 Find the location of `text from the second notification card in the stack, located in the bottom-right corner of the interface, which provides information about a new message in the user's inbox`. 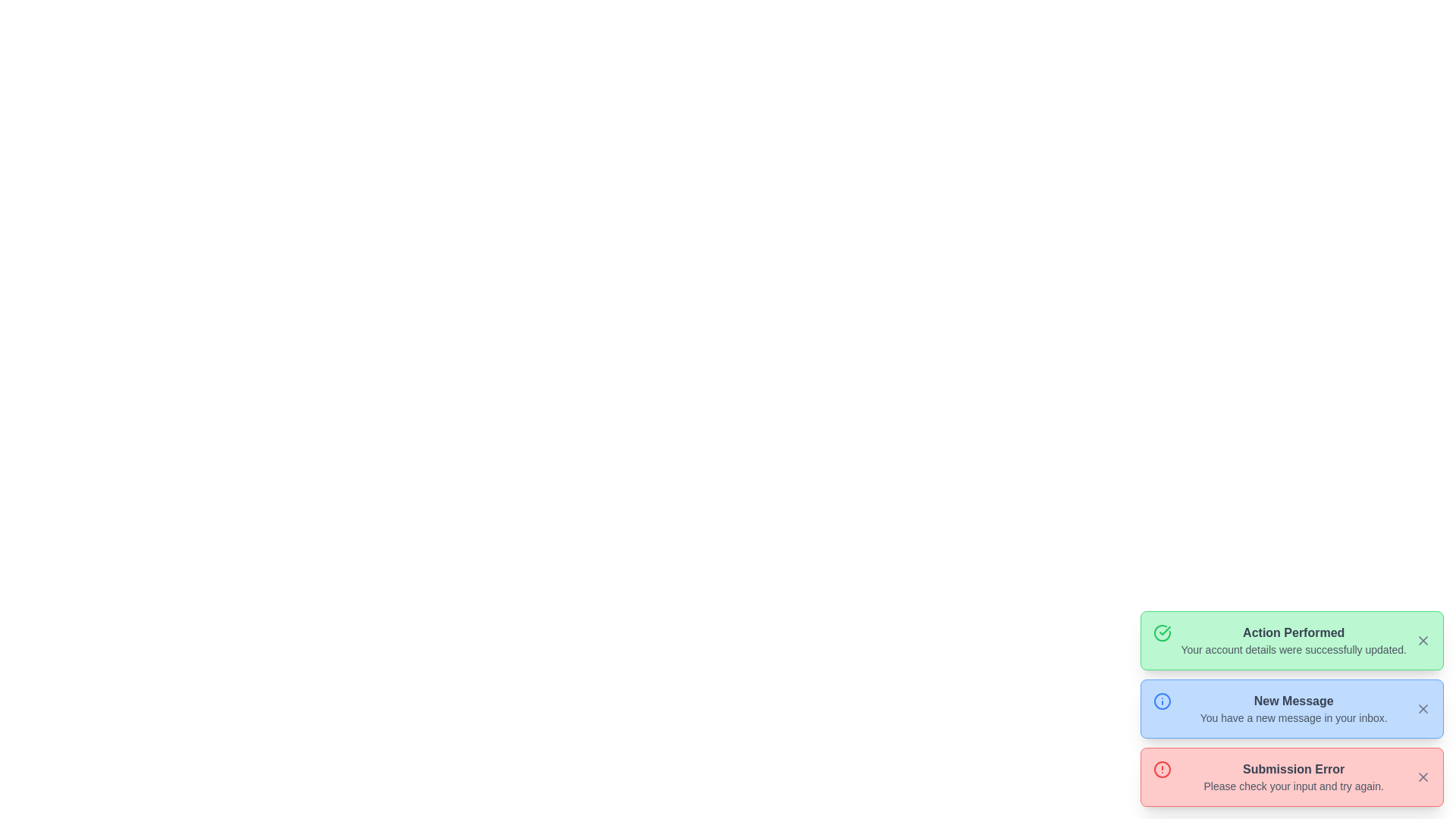

text from the second notification card in the stack, located in the bottom-right corner of the interface, which provides information about a new message in the user's inbox is located at coordinates (1291, 708).